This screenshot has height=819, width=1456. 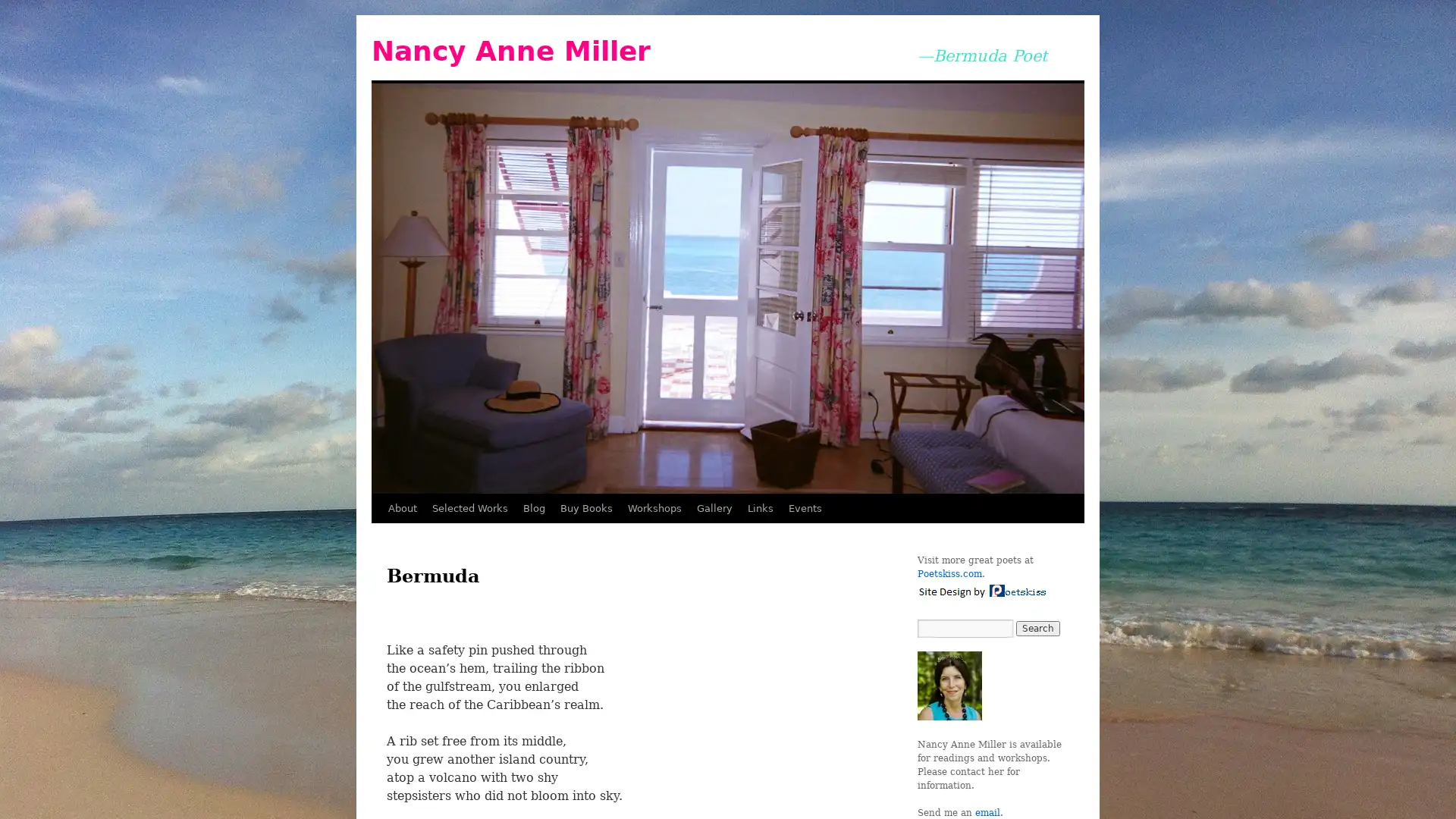 I want to click on Search, so click(x=1037, y=629).